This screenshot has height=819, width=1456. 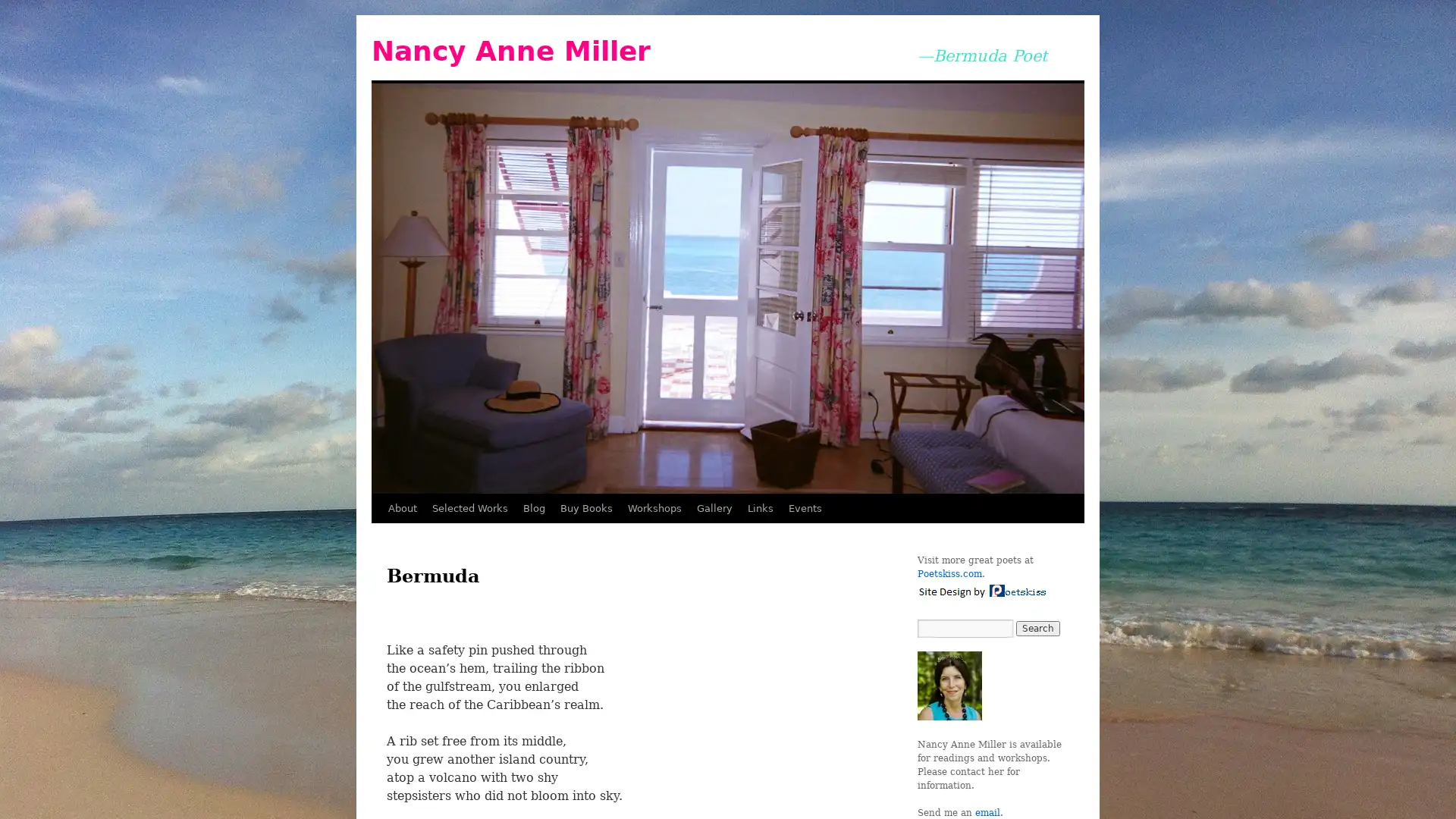 I want to click on Search, so click(x=1037, y=629).